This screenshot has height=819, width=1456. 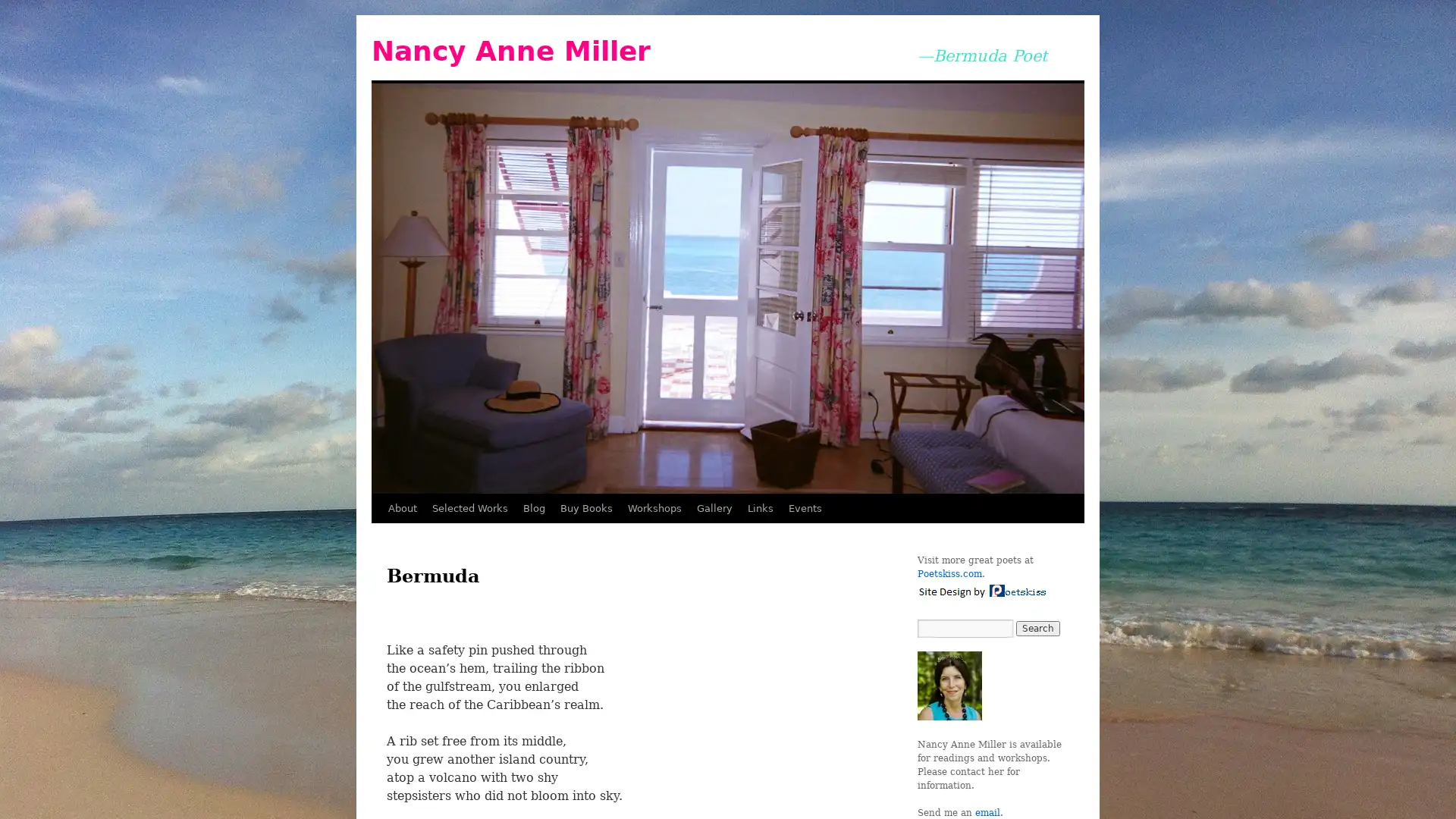 I want to click on Search, so click(x=1037, y=629).